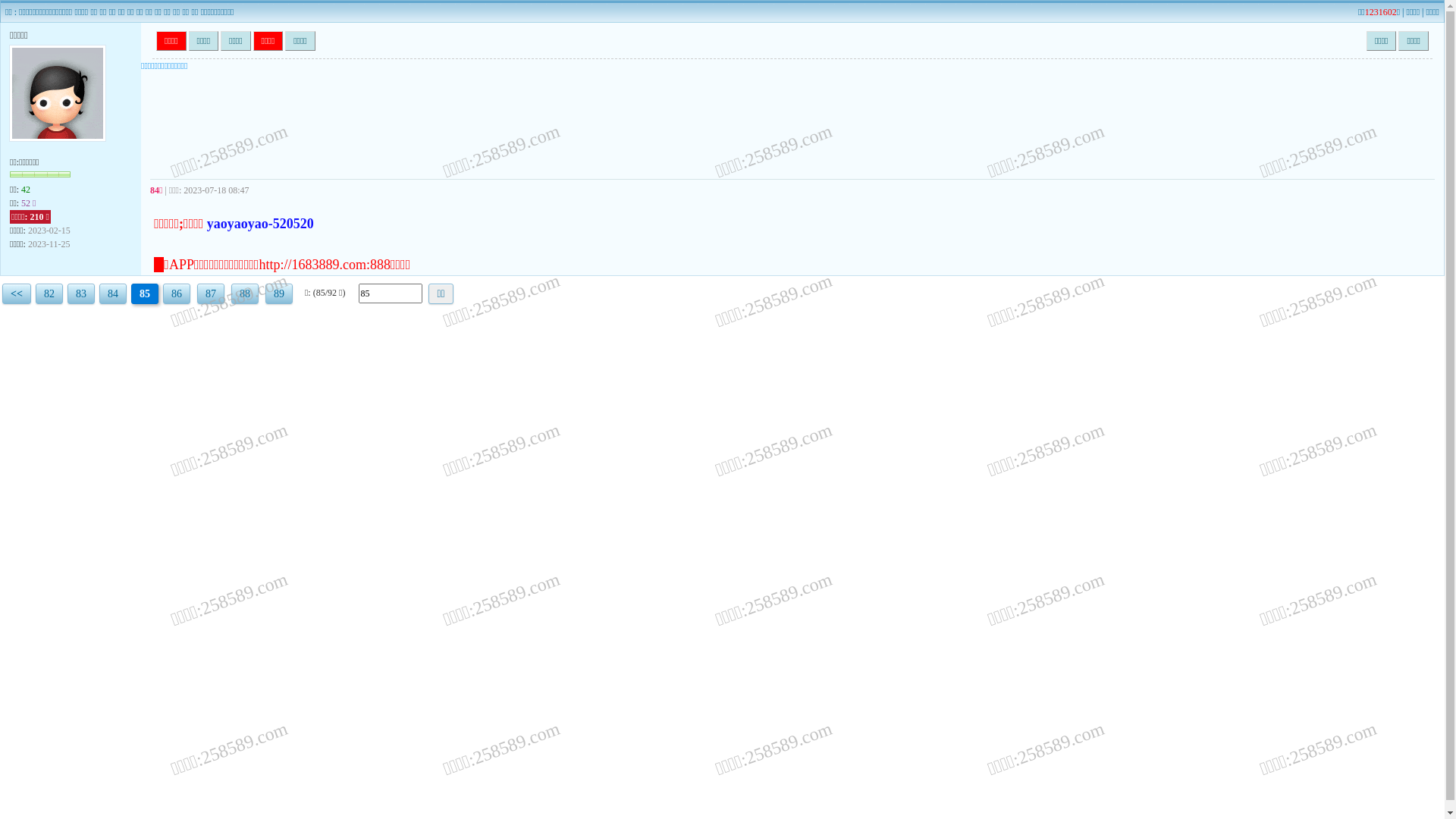 Image resolution: width=1456 pixels, height=819 pixels. I want to click on '89', so click(279, 293).